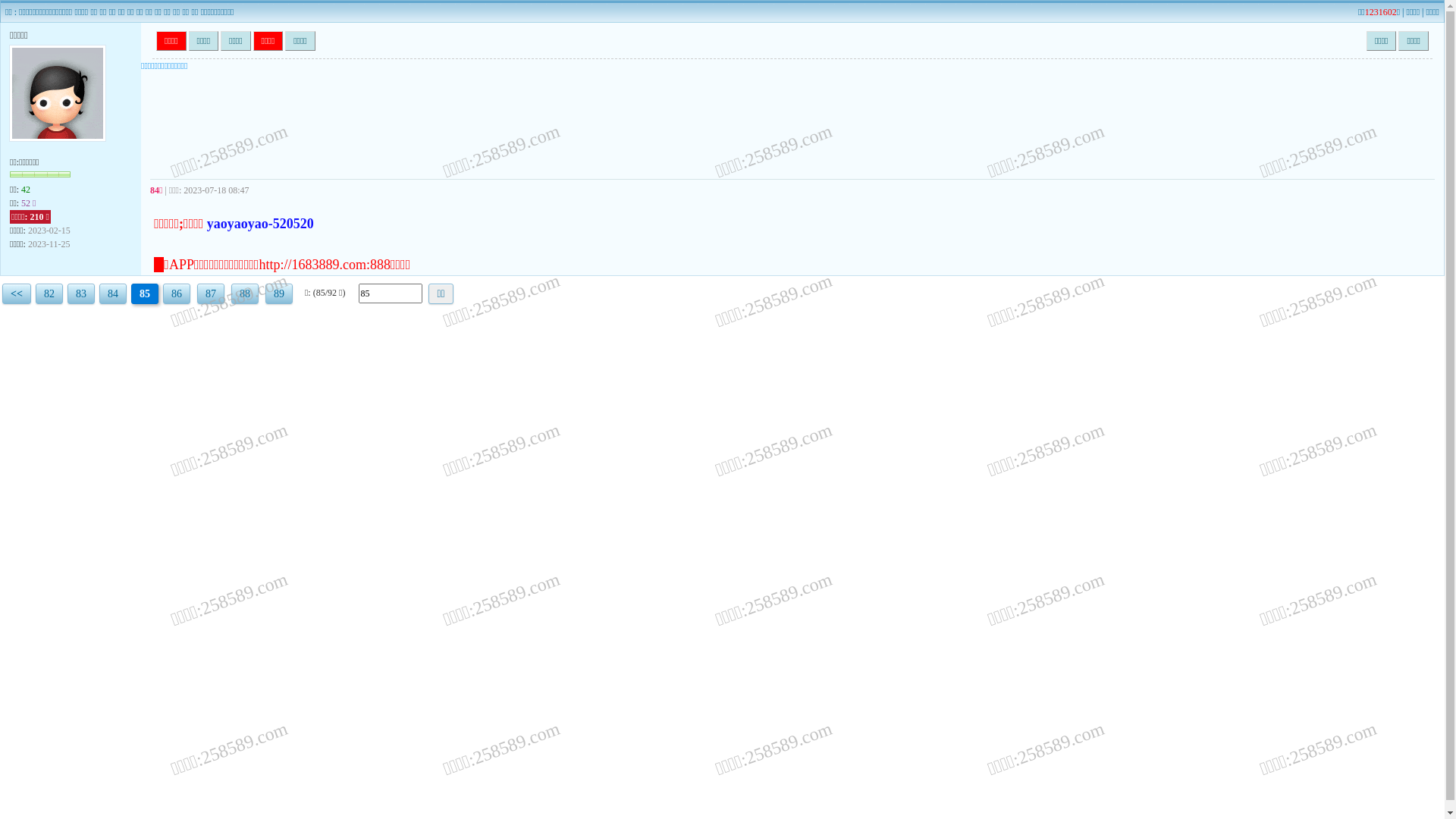 Image resolution: width=1456 pixels, height=819 pixels. I want to click on '89', so click(279, 293).